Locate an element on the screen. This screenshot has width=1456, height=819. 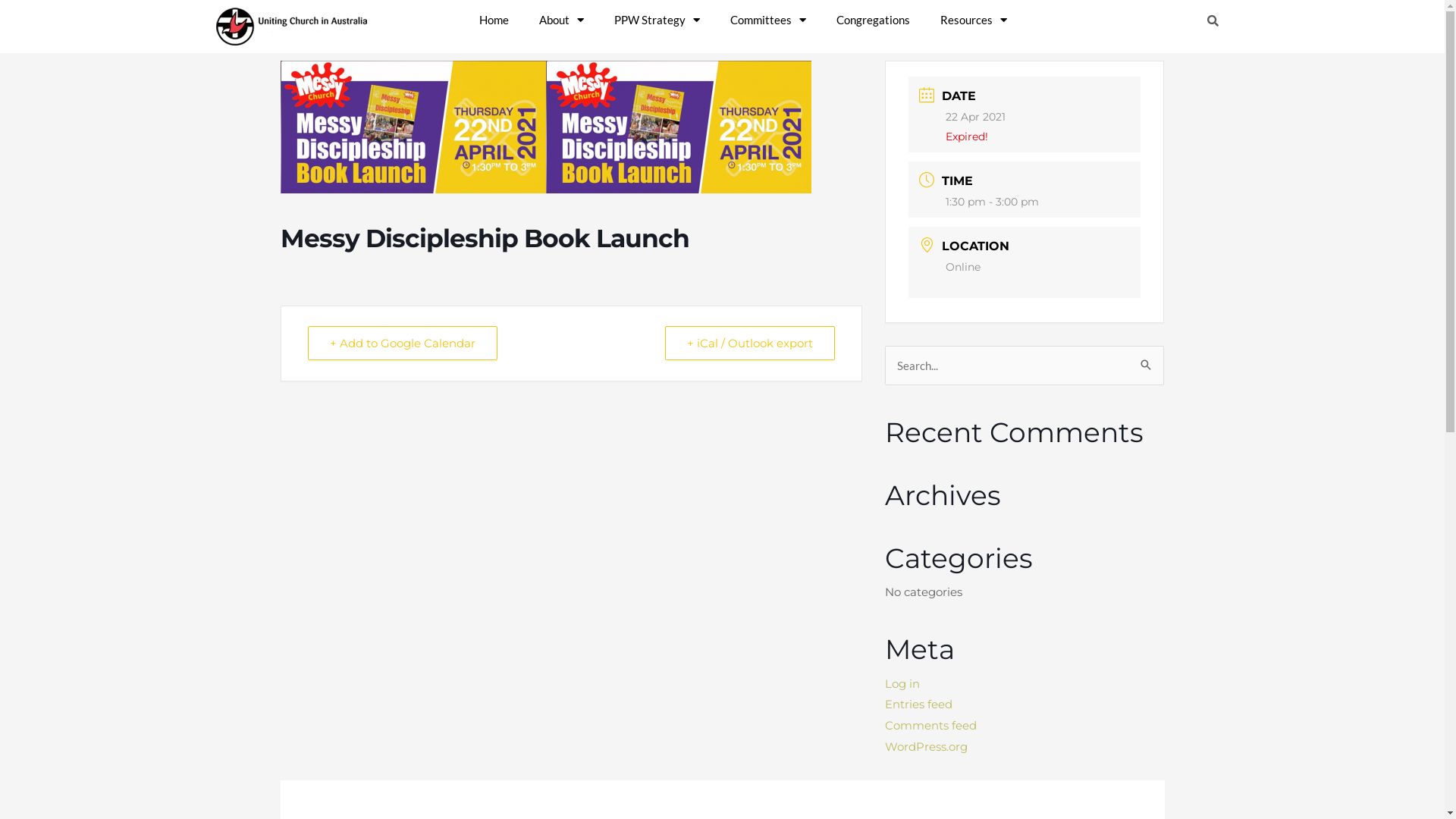
'Log in' is located at coordinates (902, 683).